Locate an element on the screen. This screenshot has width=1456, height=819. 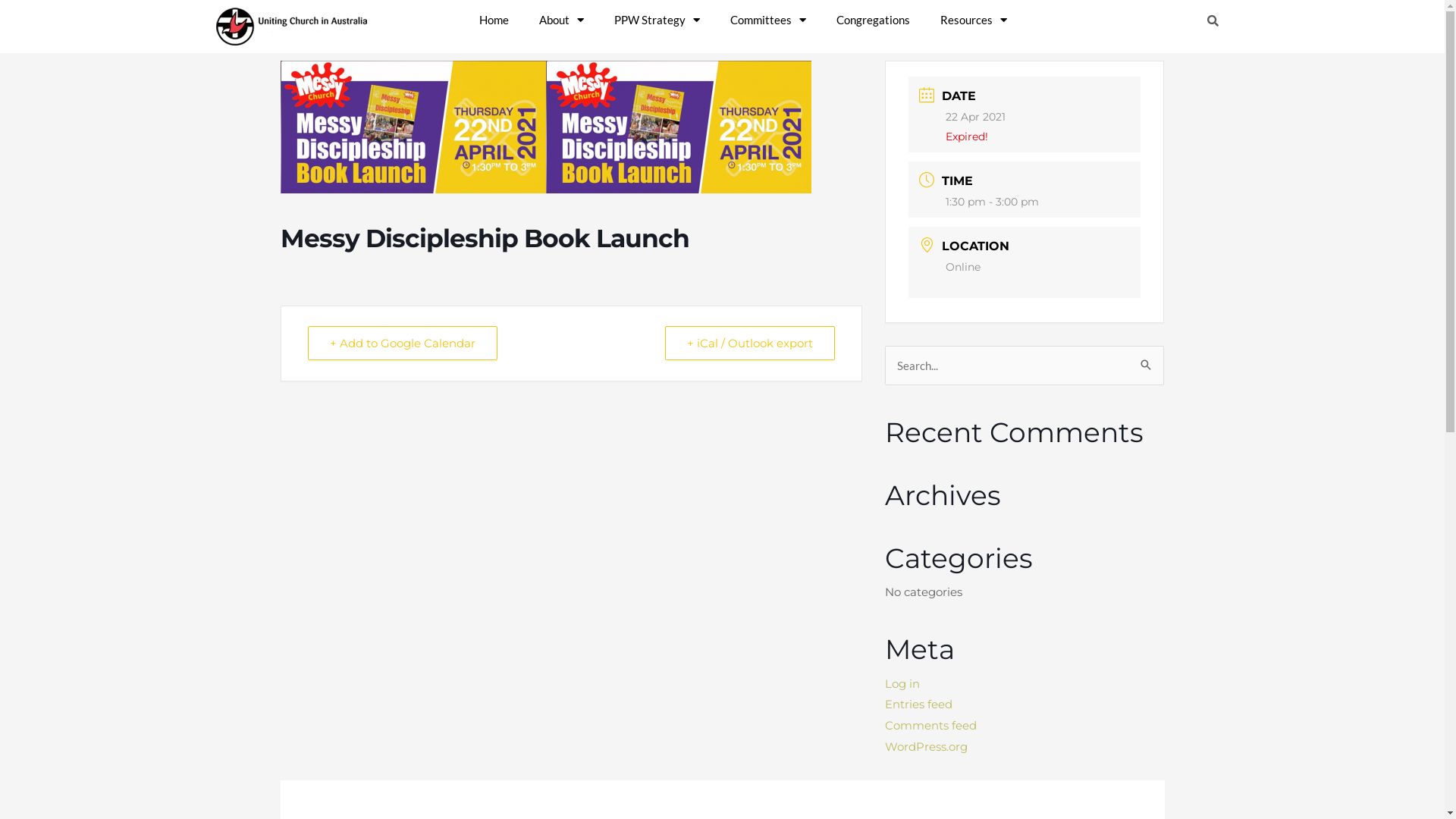
'Log in' is located at coordinates (902, 683).